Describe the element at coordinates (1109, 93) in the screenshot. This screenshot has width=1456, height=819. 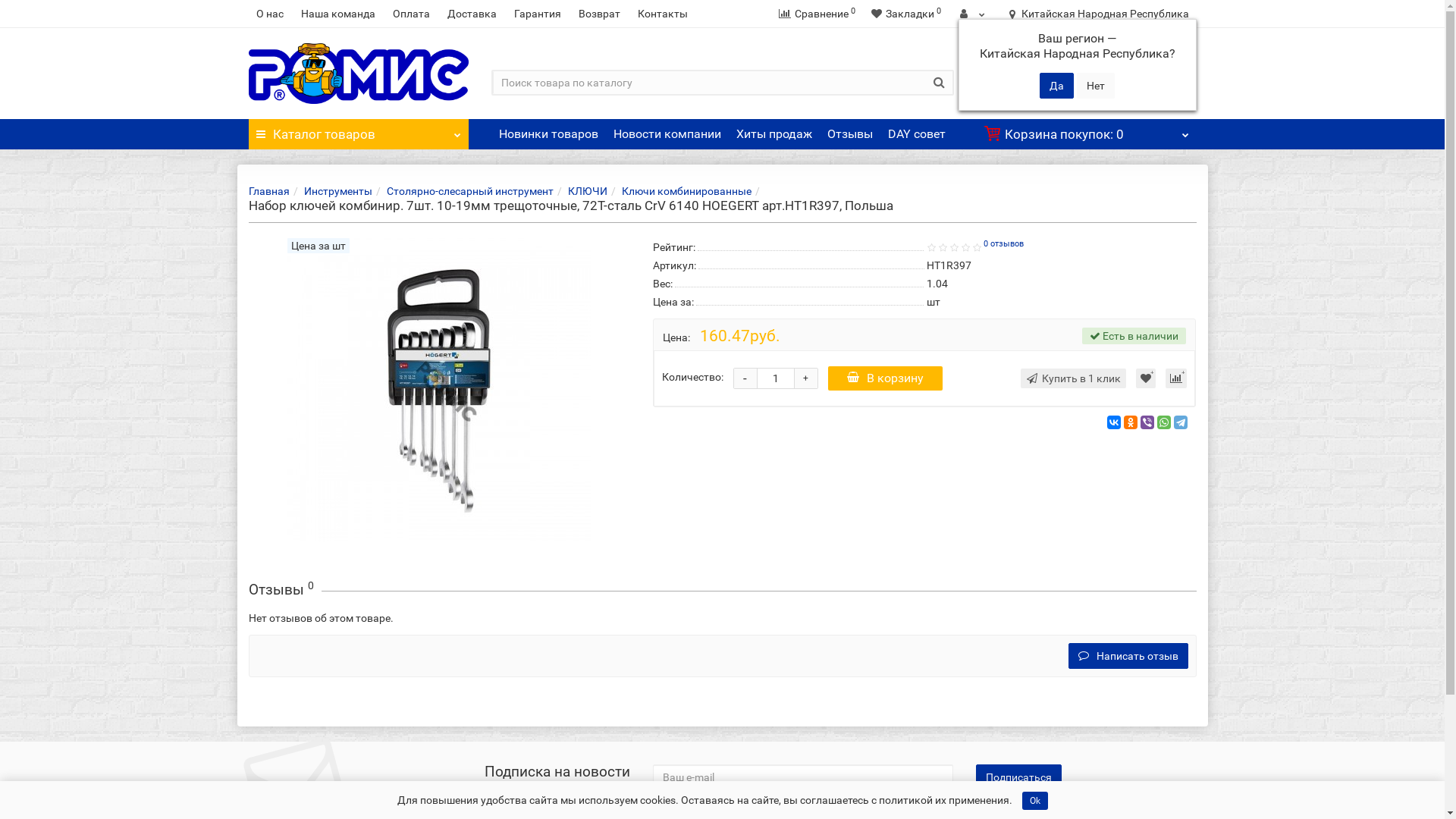
I see `'+375 (29) 764-33-33'` at that location.